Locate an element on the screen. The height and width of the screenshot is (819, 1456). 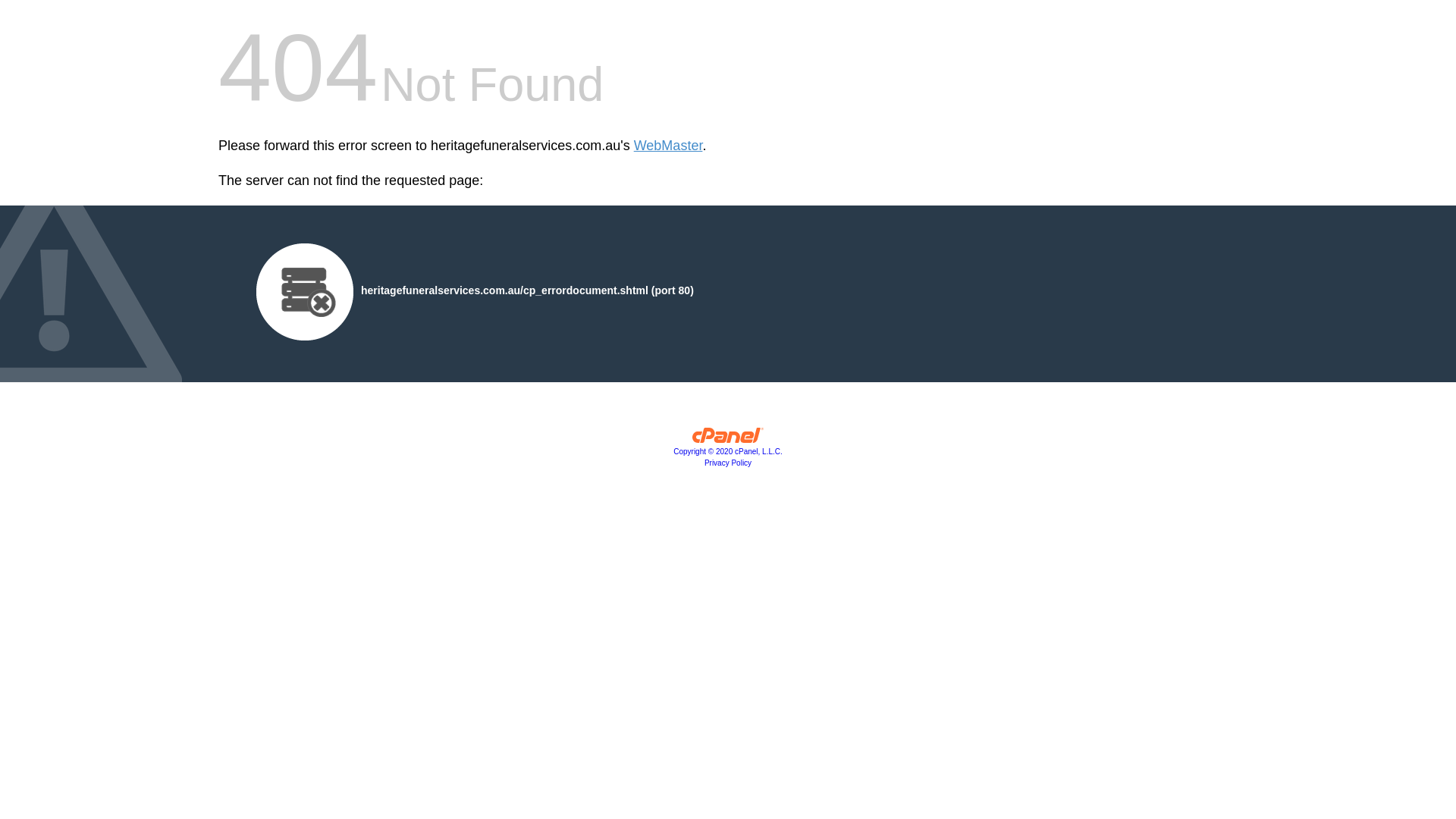
'Privacy Policy' is located at coordinates (704, 462).